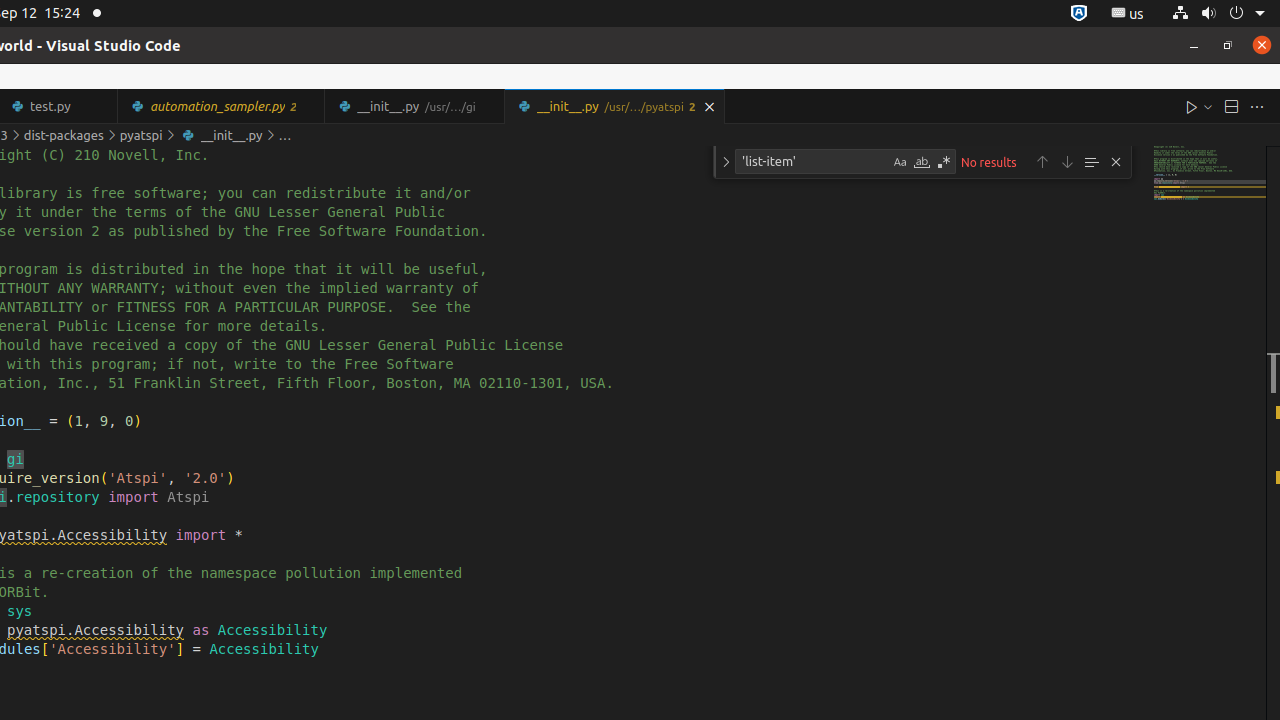  I want to click on 'Run Python File', so click(1191, 106).